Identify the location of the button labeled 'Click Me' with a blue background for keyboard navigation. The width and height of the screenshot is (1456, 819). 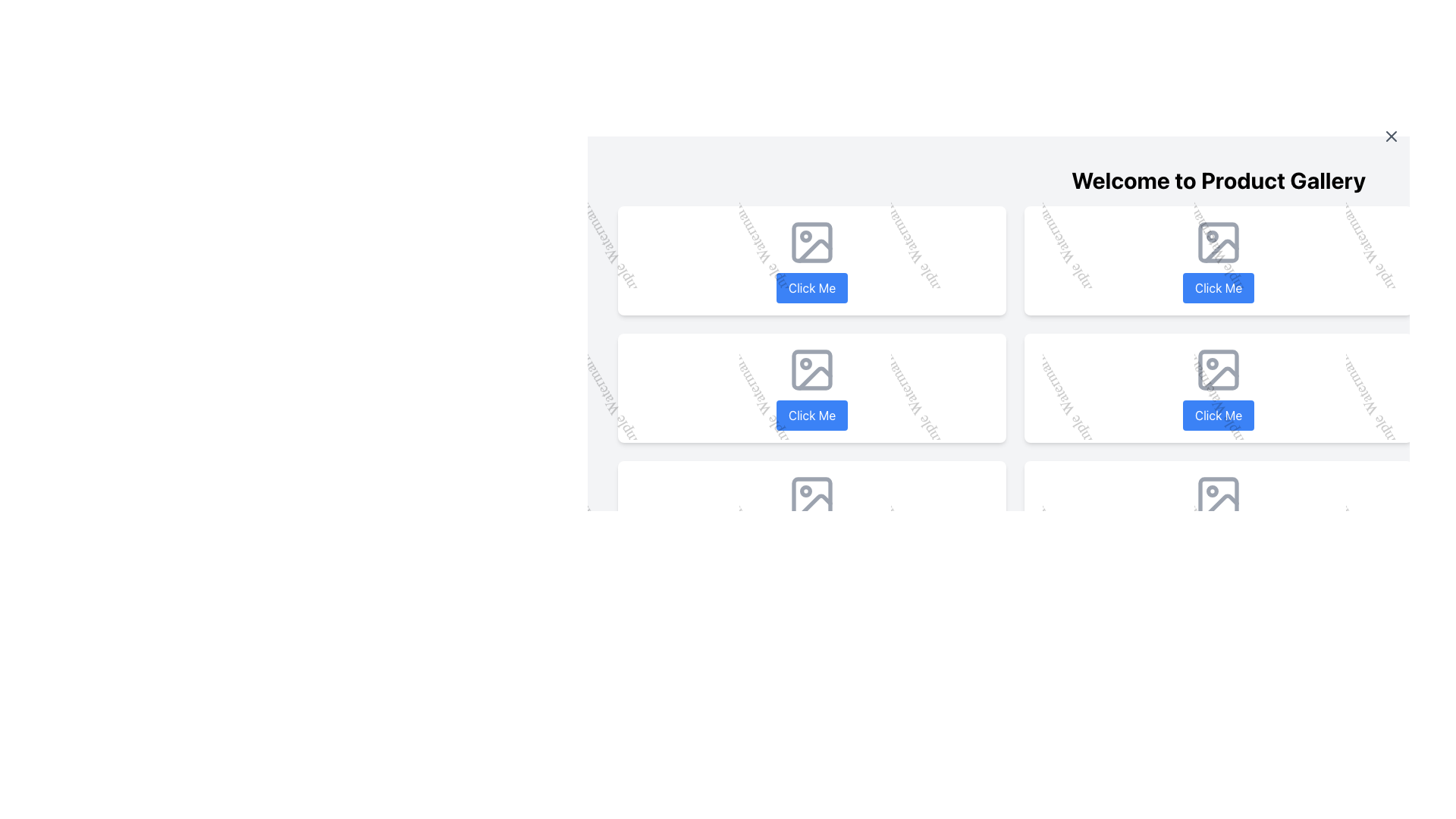
(1219, 388).